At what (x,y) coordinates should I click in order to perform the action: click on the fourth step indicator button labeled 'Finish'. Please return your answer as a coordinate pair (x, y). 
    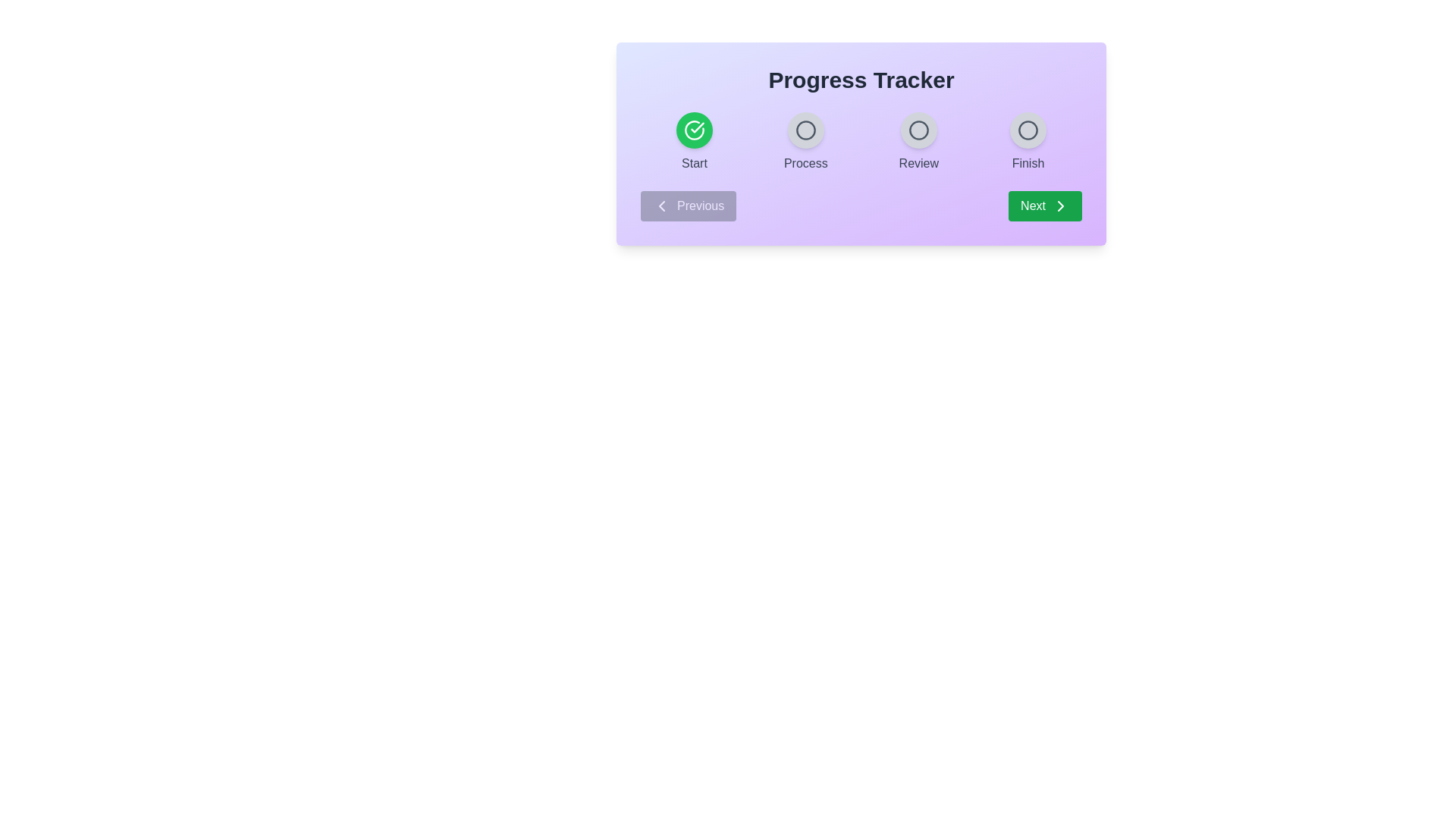
    Looking at the image, I should click on (1028, 130).